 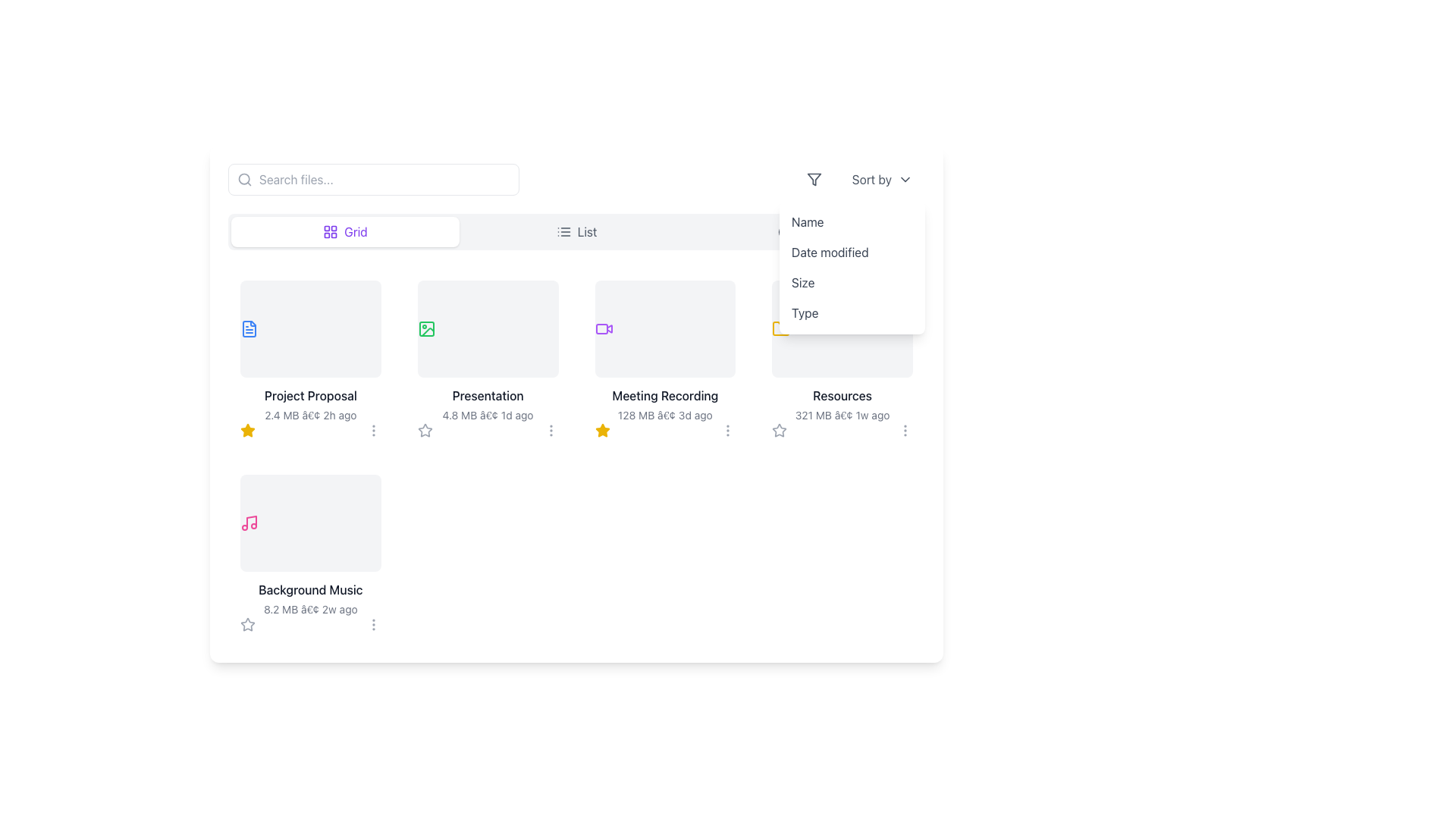 What do you see at coordinates (852, 222) in the screenshot?
I see `the first row of the dropdown menu that sorts items by name, located in the top-right section under the 'Sort by' control` at bounding box center [852, 222].